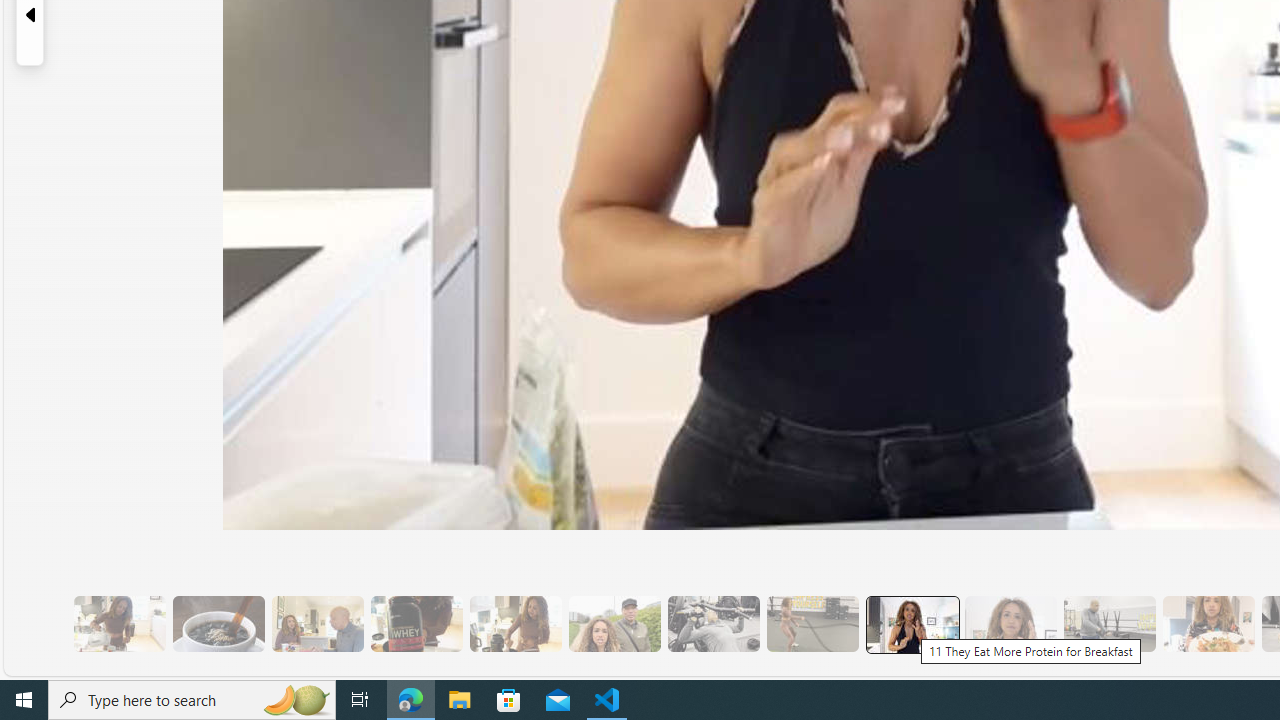 The height and width of the screenshot is (720, 1280). What do you see at coordinates (515, 623) in the screenshot?
I see `'7 They Don'` at bounding box center [515, 623].